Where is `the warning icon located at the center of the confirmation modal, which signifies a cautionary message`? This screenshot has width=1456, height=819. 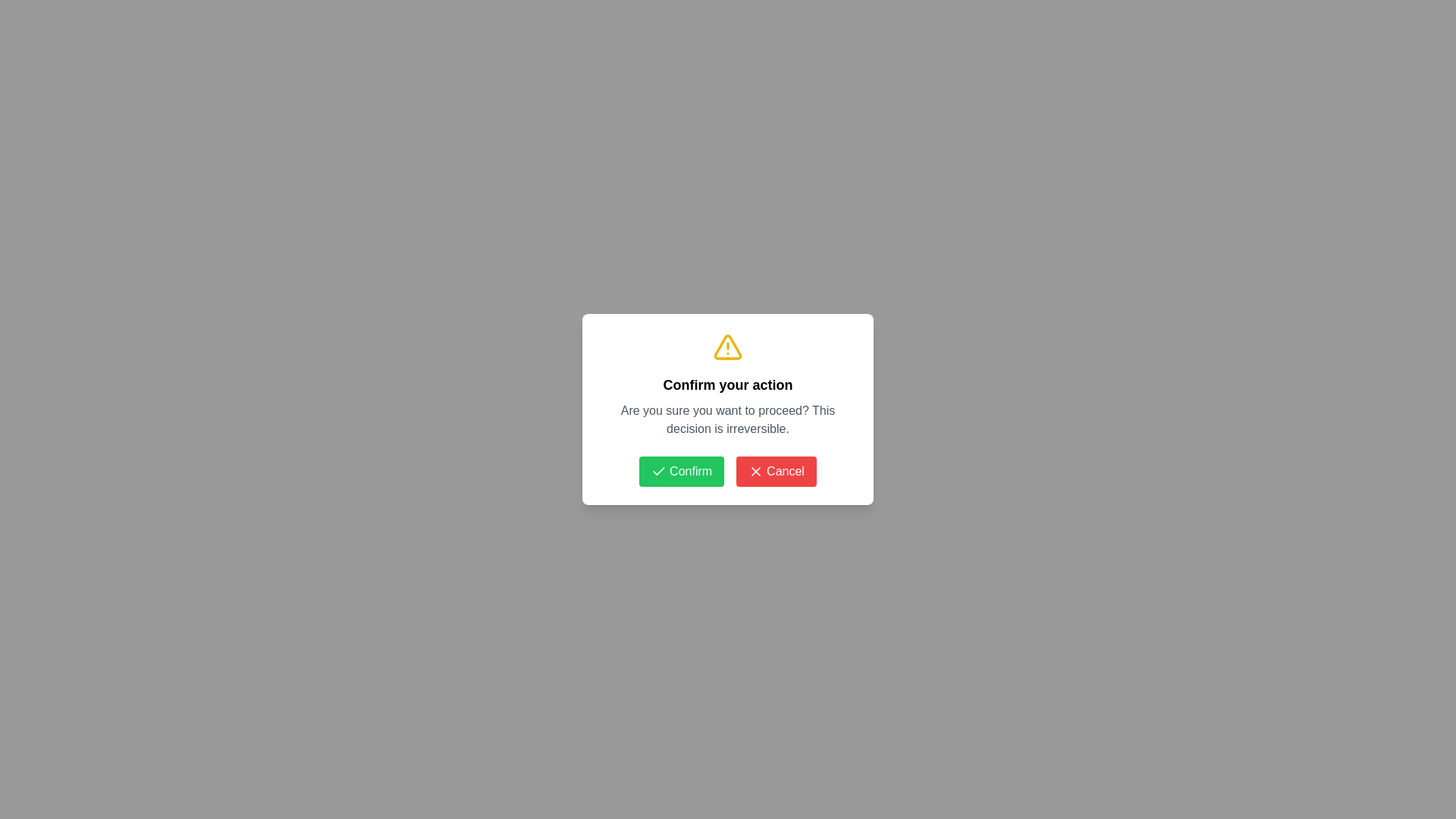
the warning icon located at the center of the confirmation modal, which signifies a cautionary message is located at coordinates (728, 347).